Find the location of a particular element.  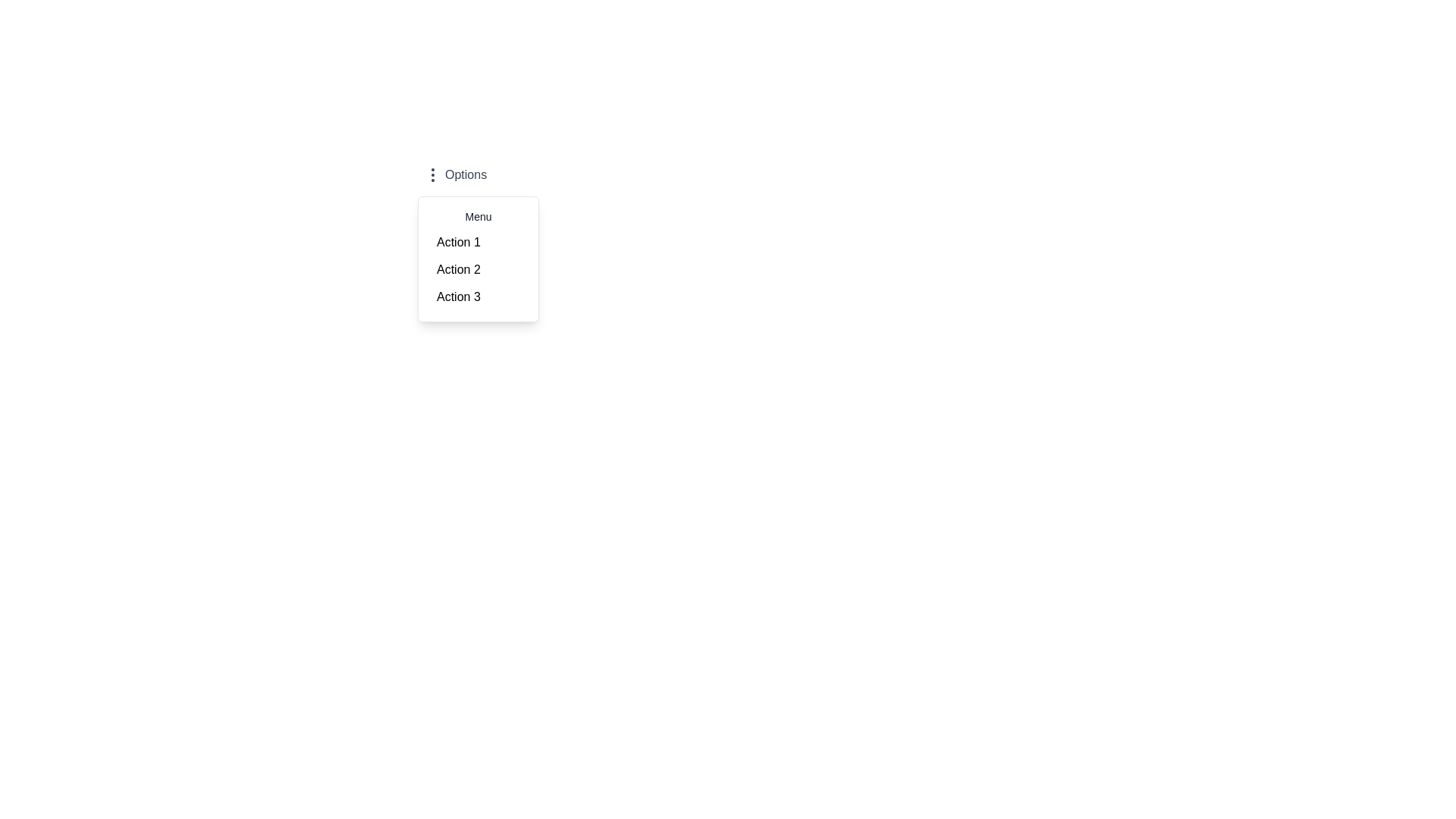

the interactive menu option labeled 'Action 3' is located at coordinates (477, 297).